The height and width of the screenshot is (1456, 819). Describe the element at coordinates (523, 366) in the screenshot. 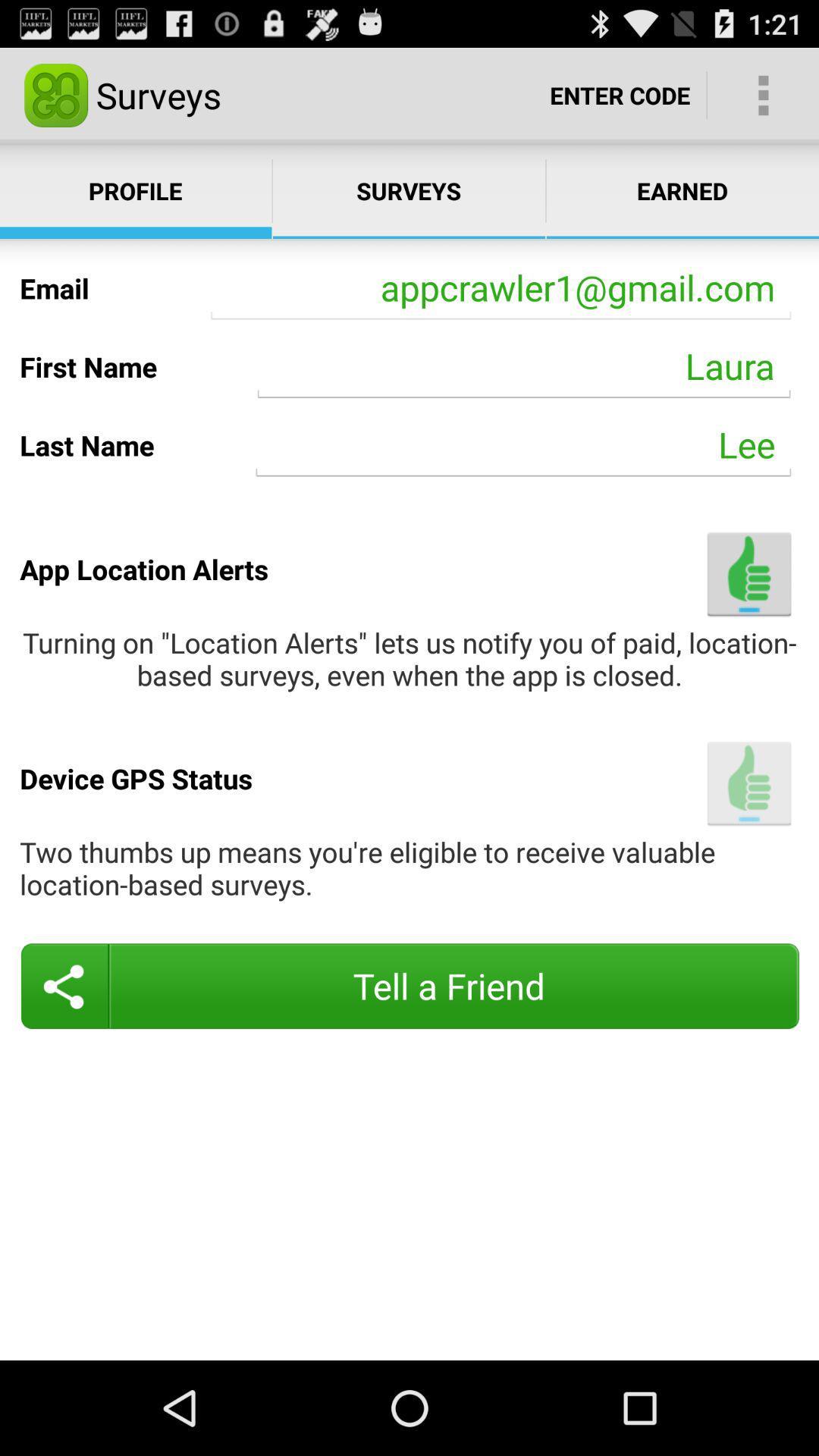

I see `laura icon` at that location.